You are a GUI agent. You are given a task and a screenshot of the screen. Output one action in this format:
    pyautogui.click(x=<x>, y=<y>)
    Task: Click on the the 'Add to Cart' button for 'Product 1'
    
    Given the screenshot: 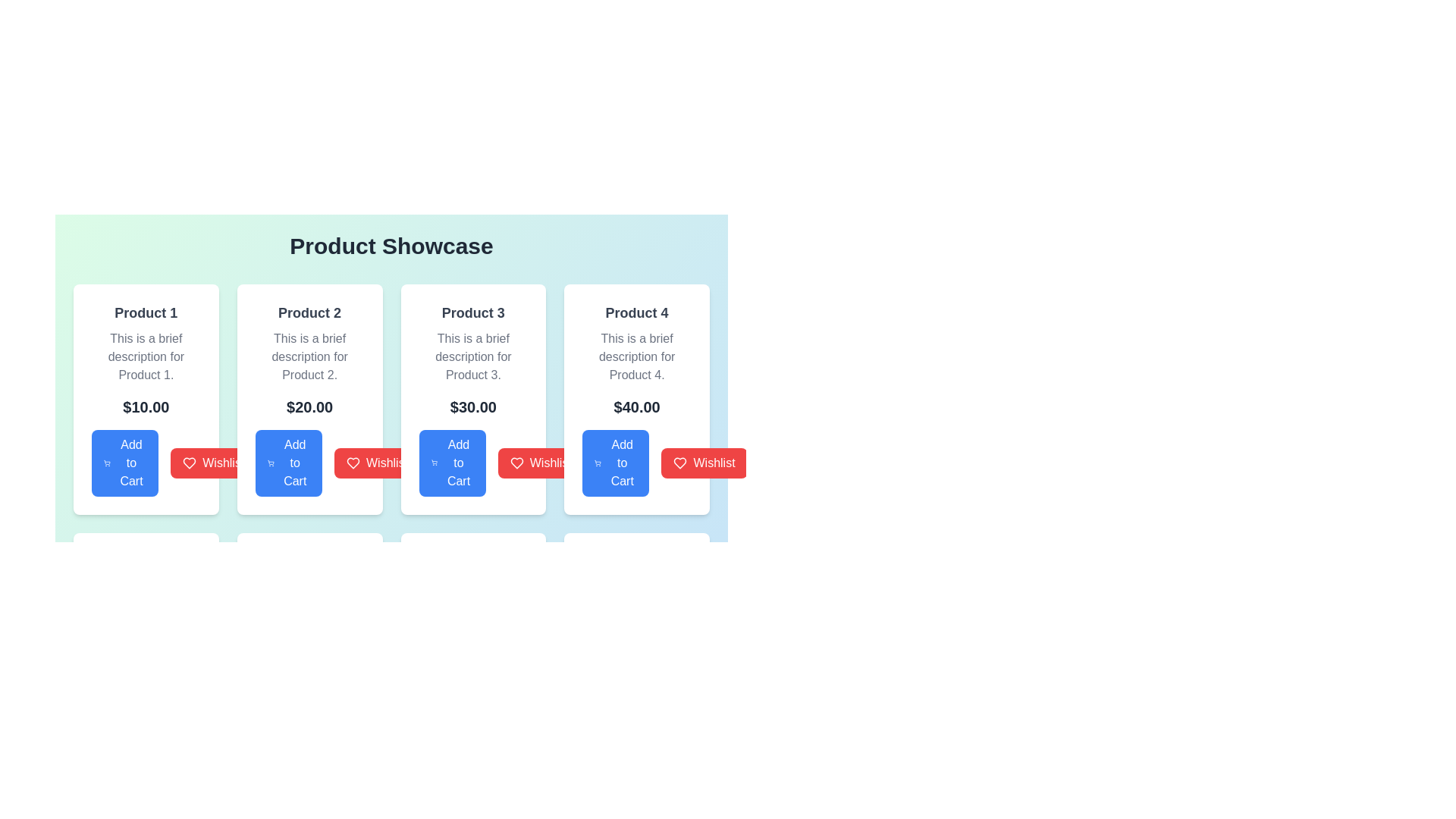 What is the action you would take?
    pyautogui.click(x=125, y=462)
    